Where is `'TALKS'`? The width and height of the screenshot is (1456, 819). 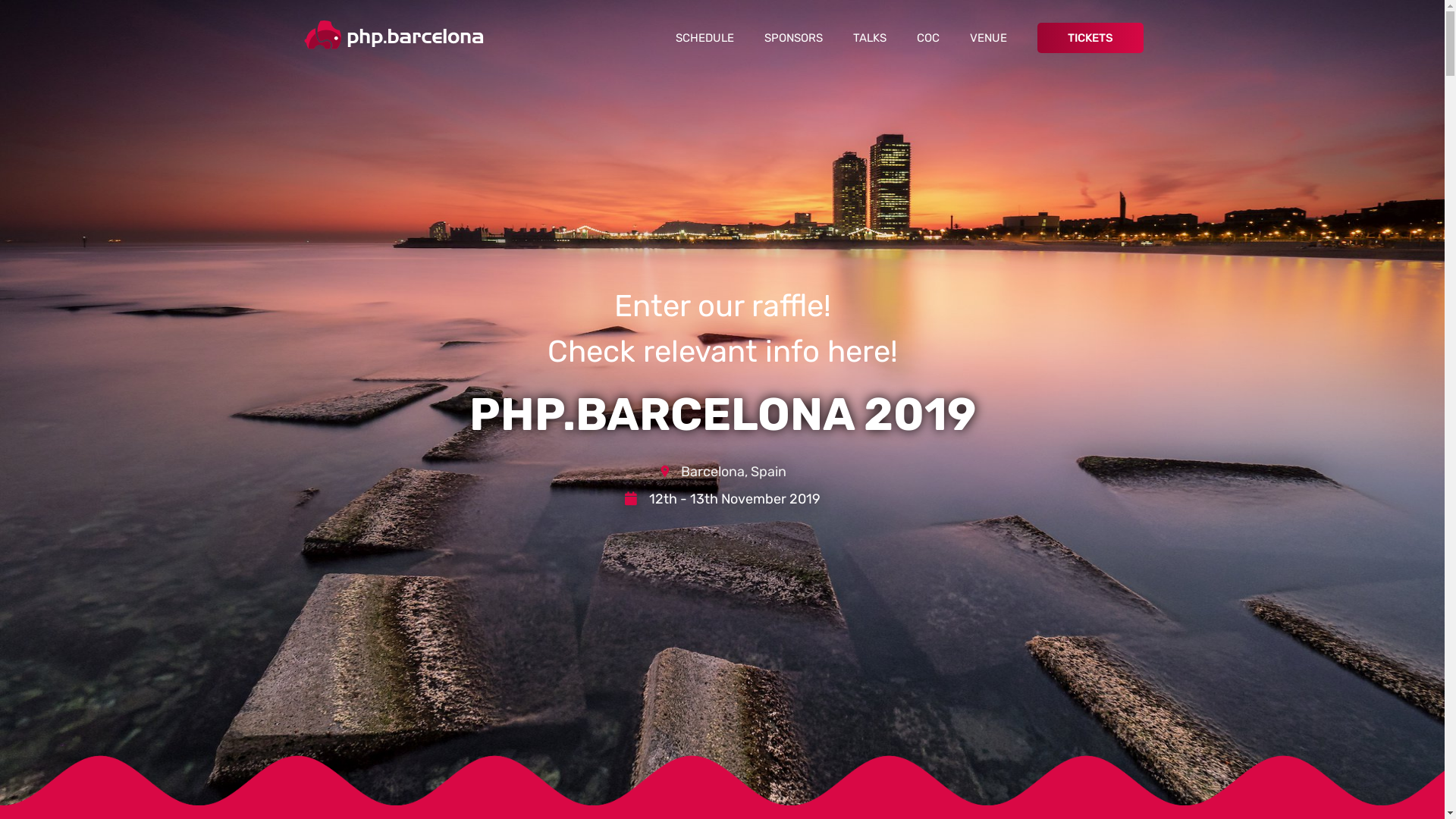 'TALKS' is located at coordinates (836, 37).